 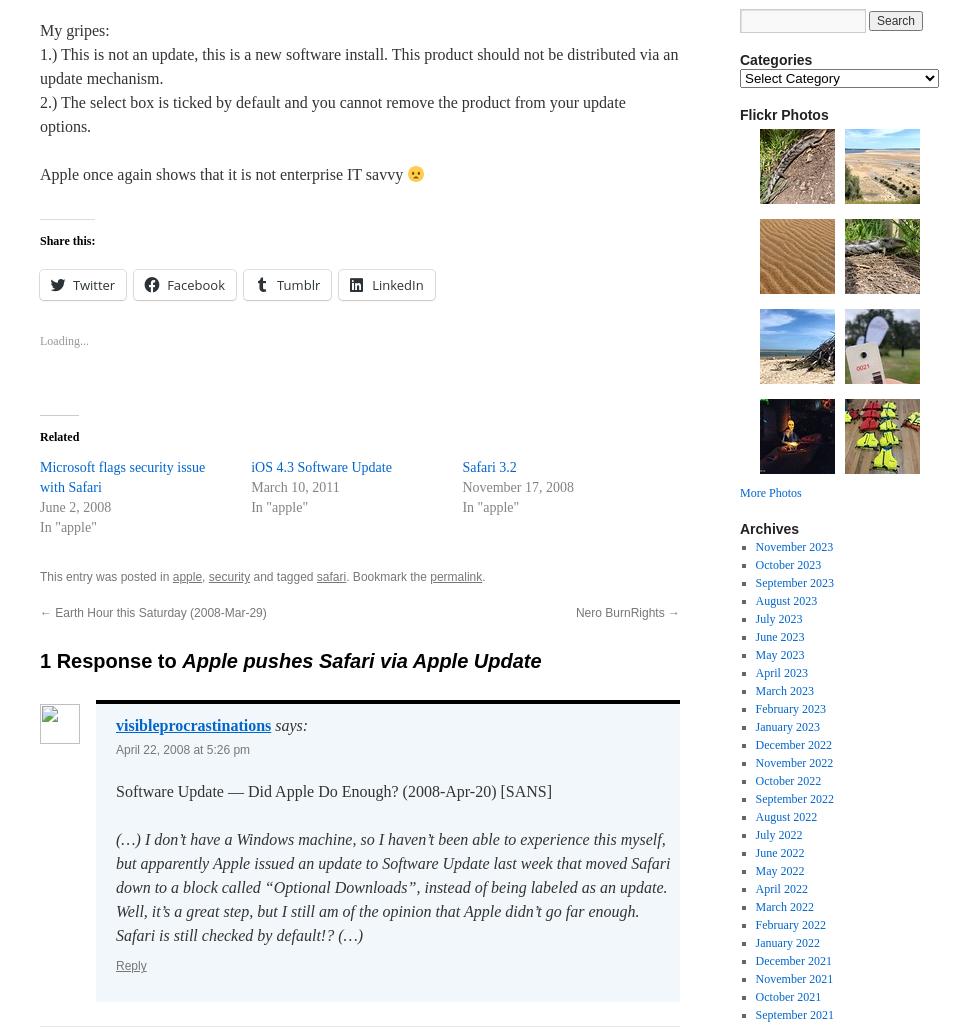 What do you see at coordinates (483, 575) in the screenshot?
I see `'.'` at bounding box center [483, 575].